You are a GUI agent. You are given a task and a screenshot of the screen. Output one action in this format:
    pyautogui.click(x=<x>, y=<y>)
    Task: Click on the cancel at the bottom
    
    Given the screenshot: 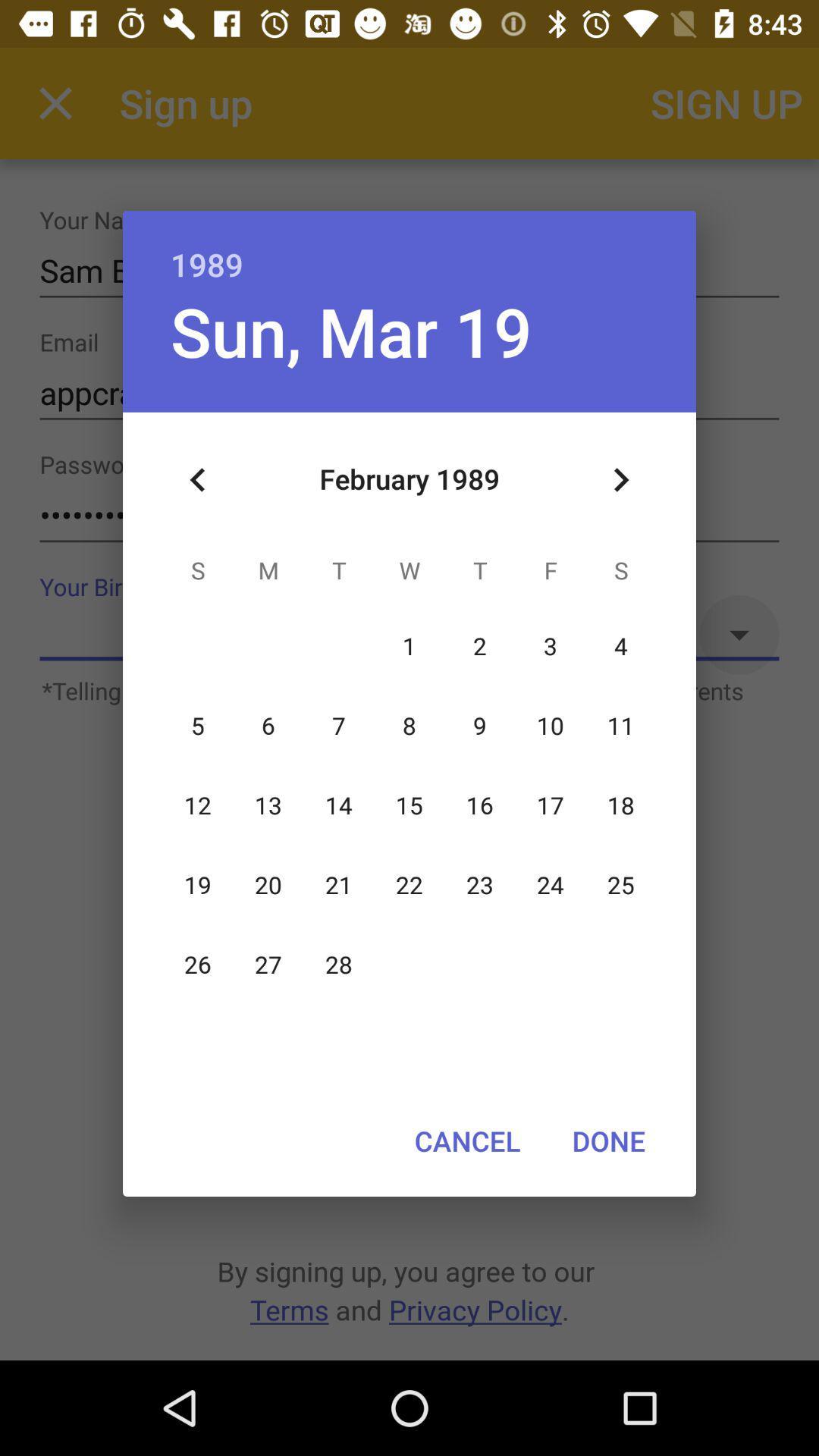 What is the action you would take?
    pyautogui.click(x=466, y=1141)
    